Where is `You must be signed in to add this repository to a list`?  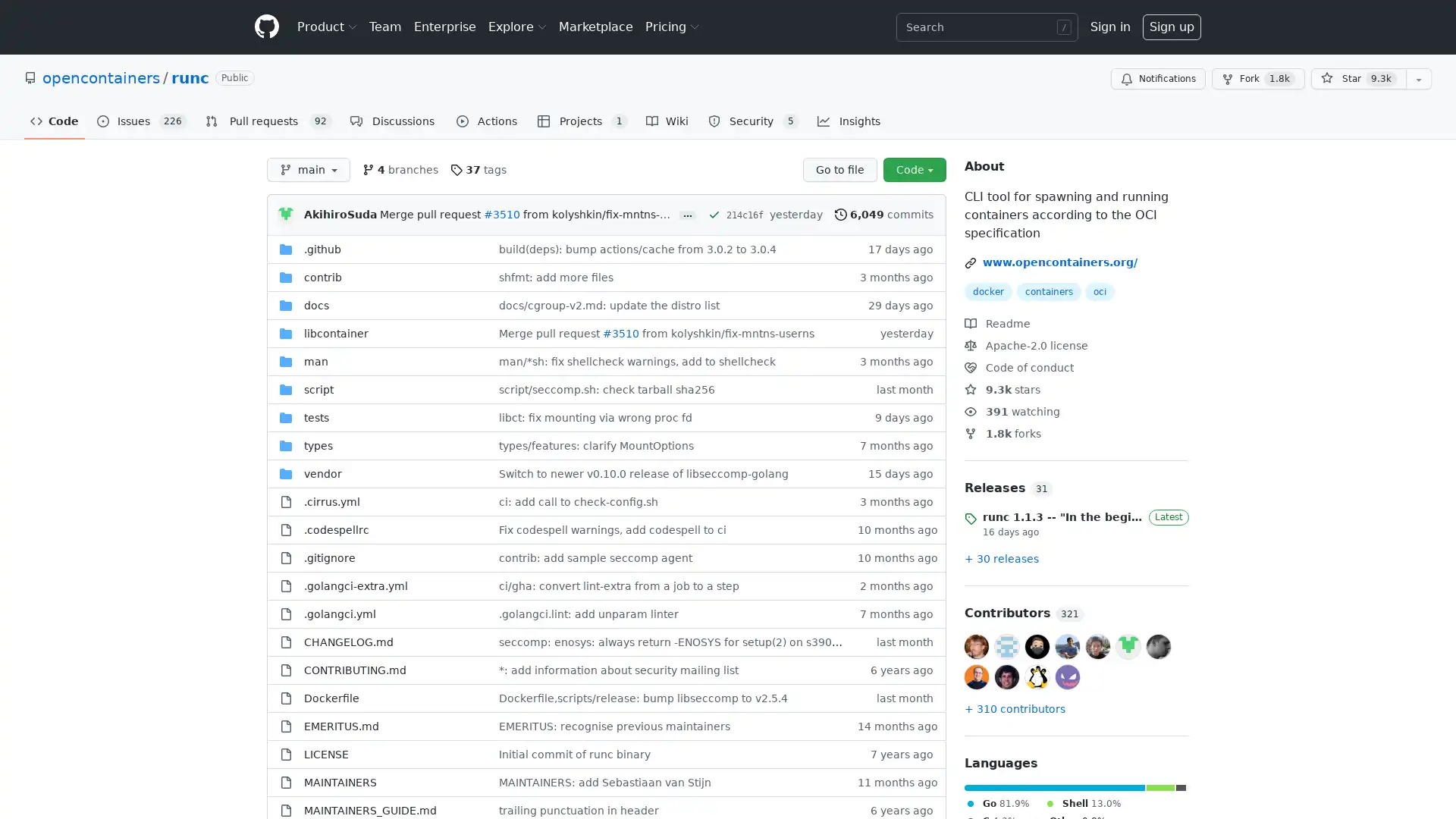
You must be signed in to add this repository to a list is located at coordinates (1418, 79).